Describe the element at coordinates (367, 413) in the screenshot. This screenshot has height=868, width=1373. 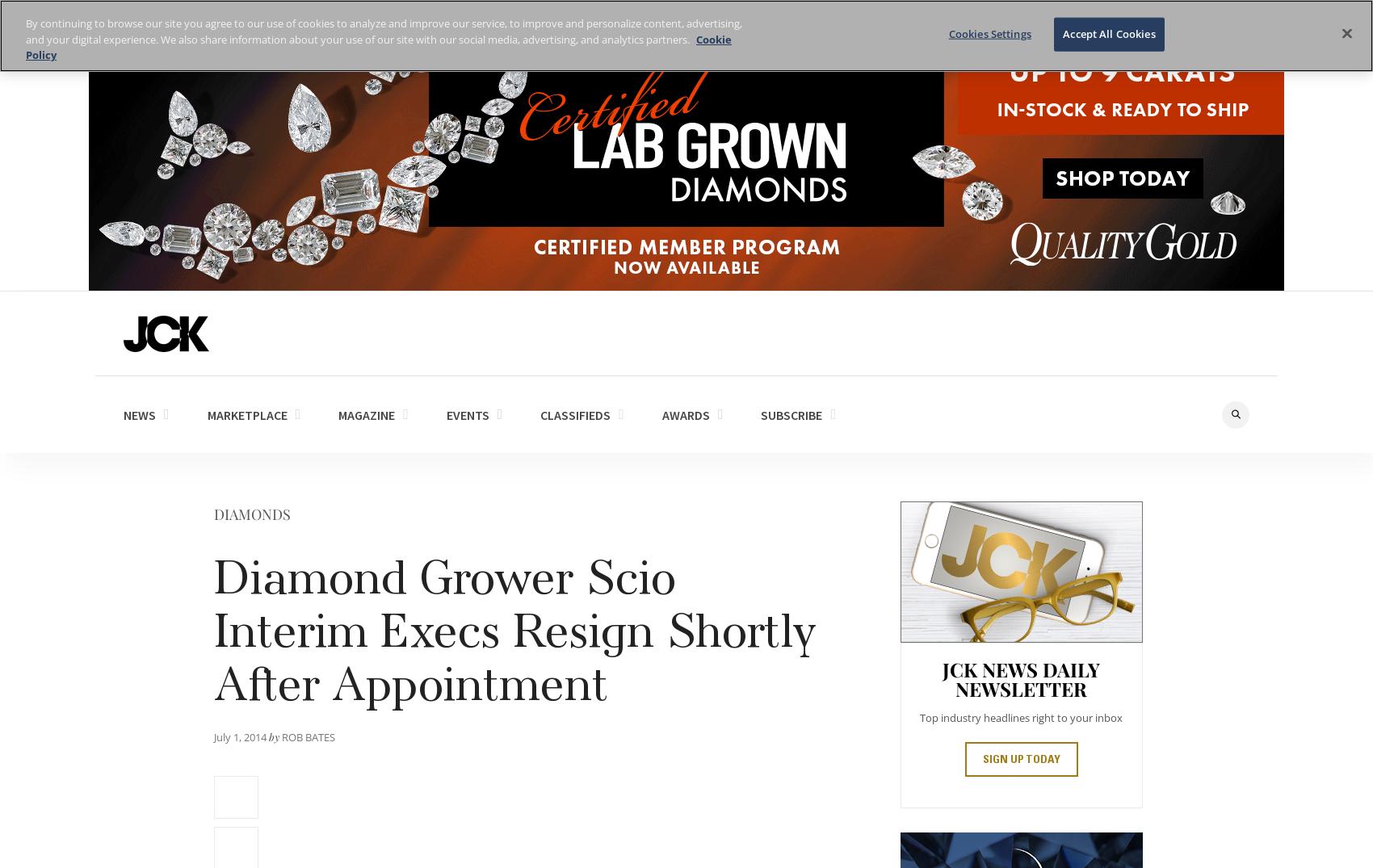
I see `'MAGAZINE'` at that location.